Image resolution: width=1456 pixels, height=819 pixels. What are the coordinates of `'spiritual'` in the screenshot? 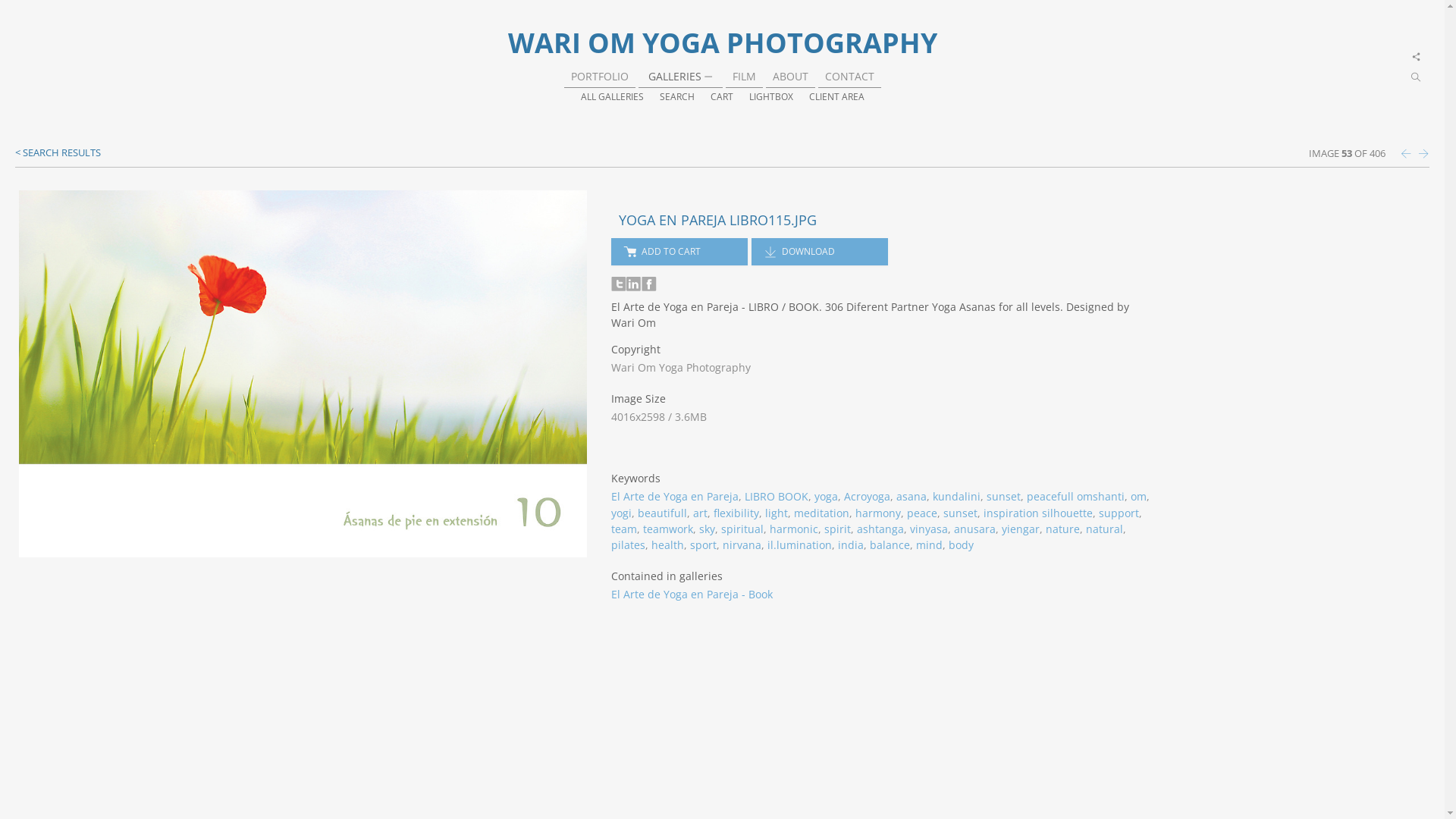 It's located at (742, 528).